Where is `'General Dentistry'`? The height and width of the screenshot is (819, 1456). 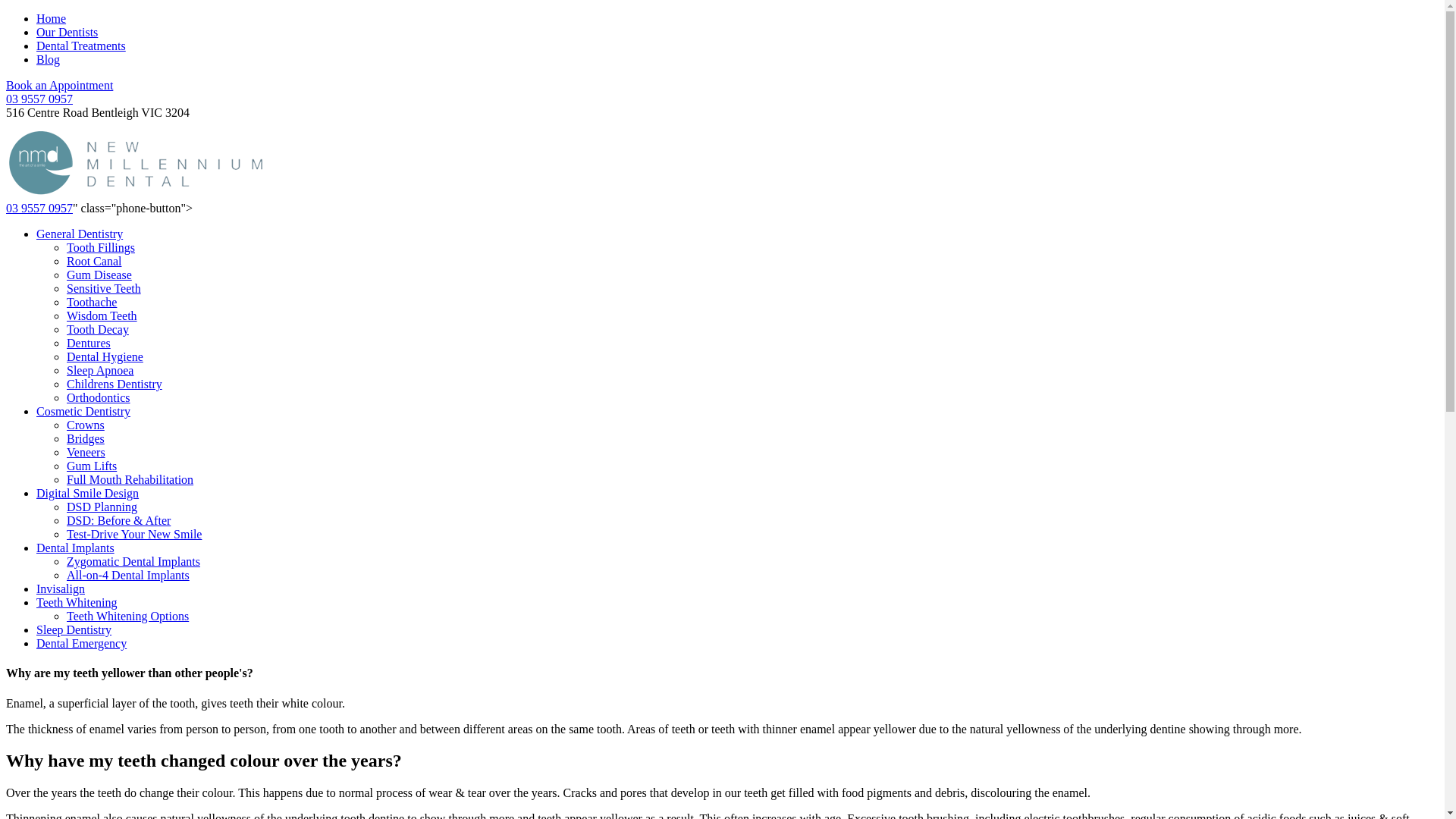
'General Dentistry' is located at coordinates (79, 234).